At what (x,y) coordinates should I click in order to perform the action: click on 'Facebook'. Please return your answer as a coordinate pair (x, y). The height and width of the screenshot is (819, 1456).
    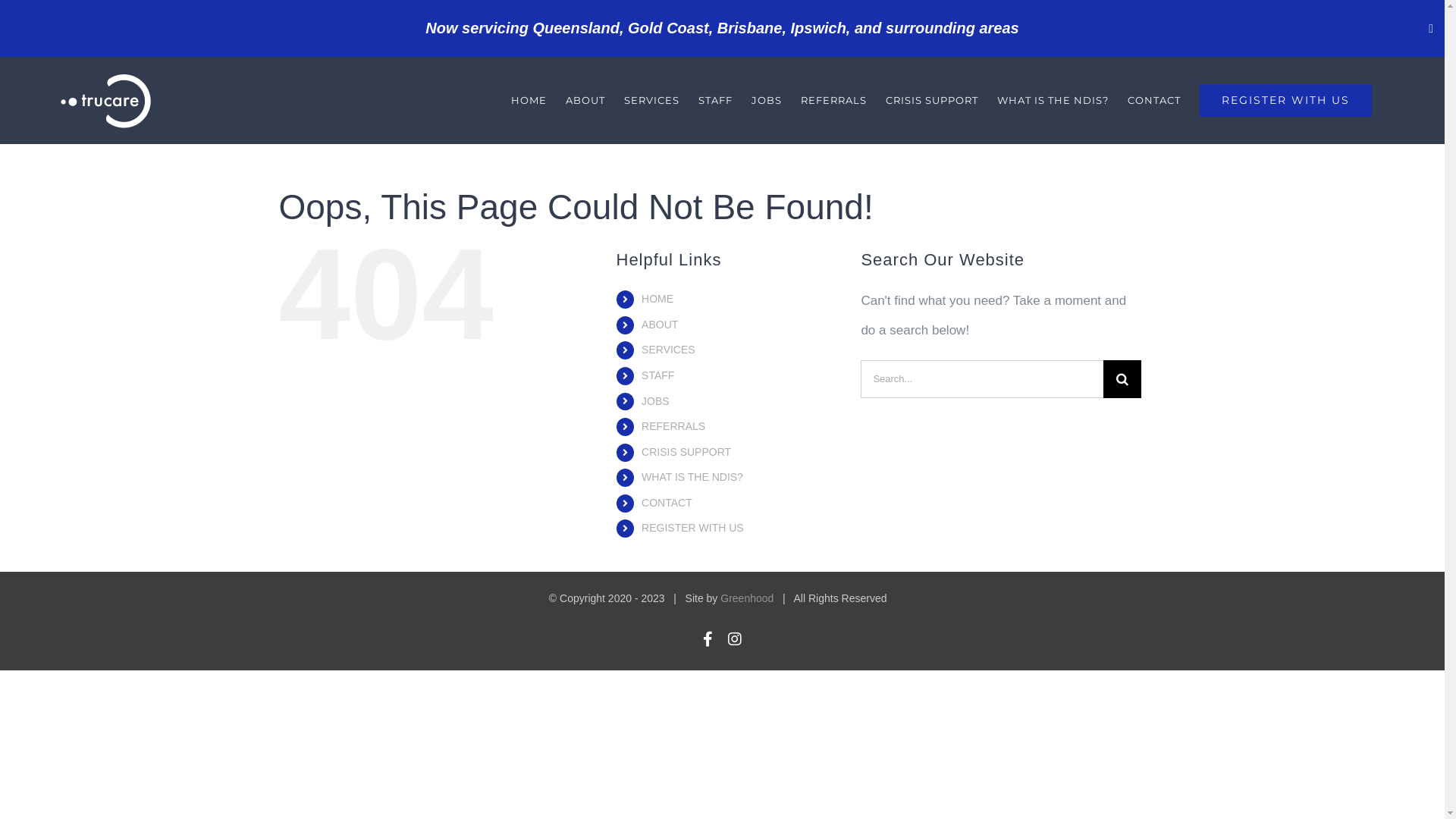
    Looking at the image, I should click on (707, 639).